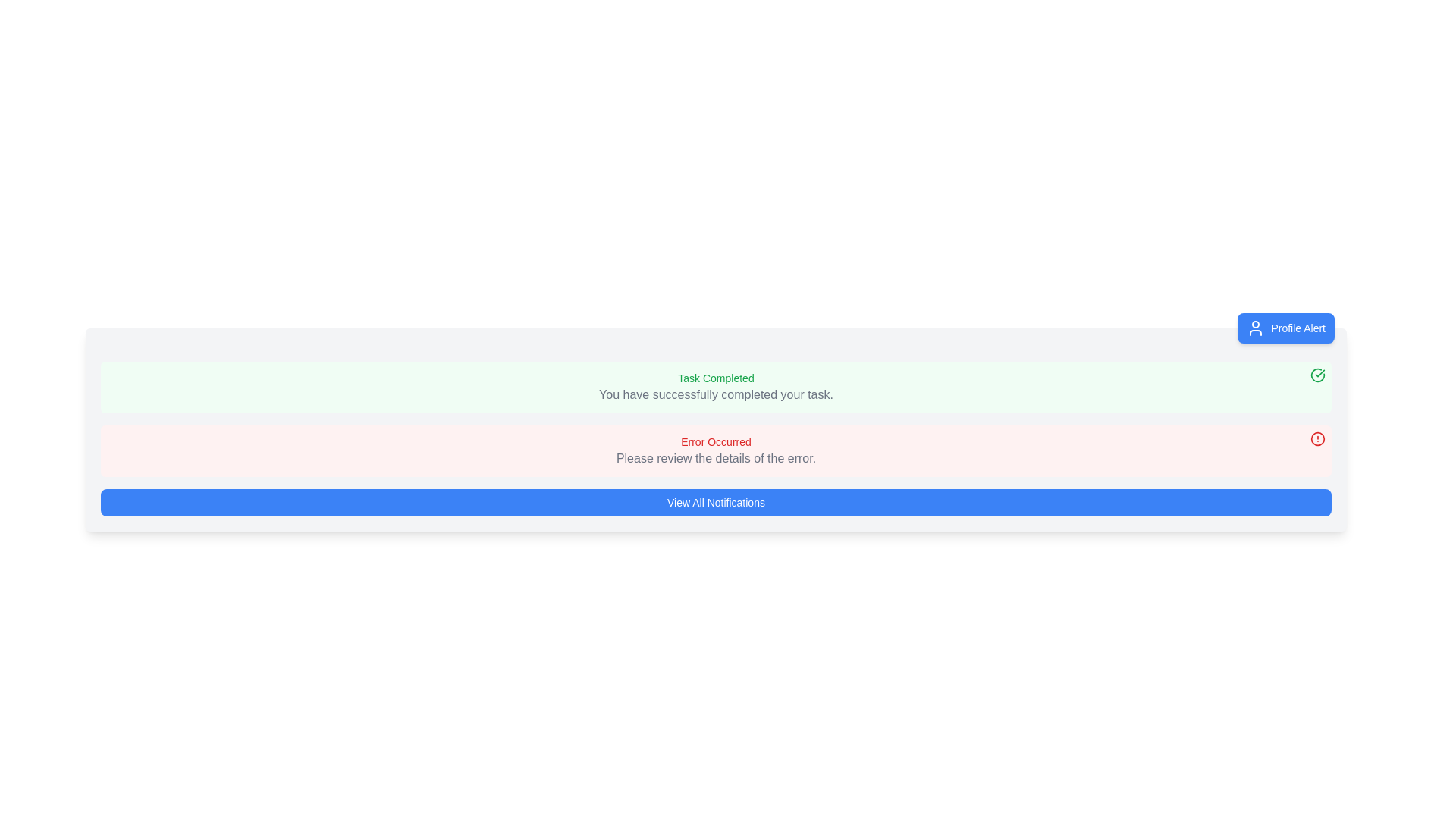 This screenshot has width=1456, height=819. Describe the element at coordinates (715, 503) in the screenshot. I see `the rectangular blue button labeled 'View All Notifications'` at that location.